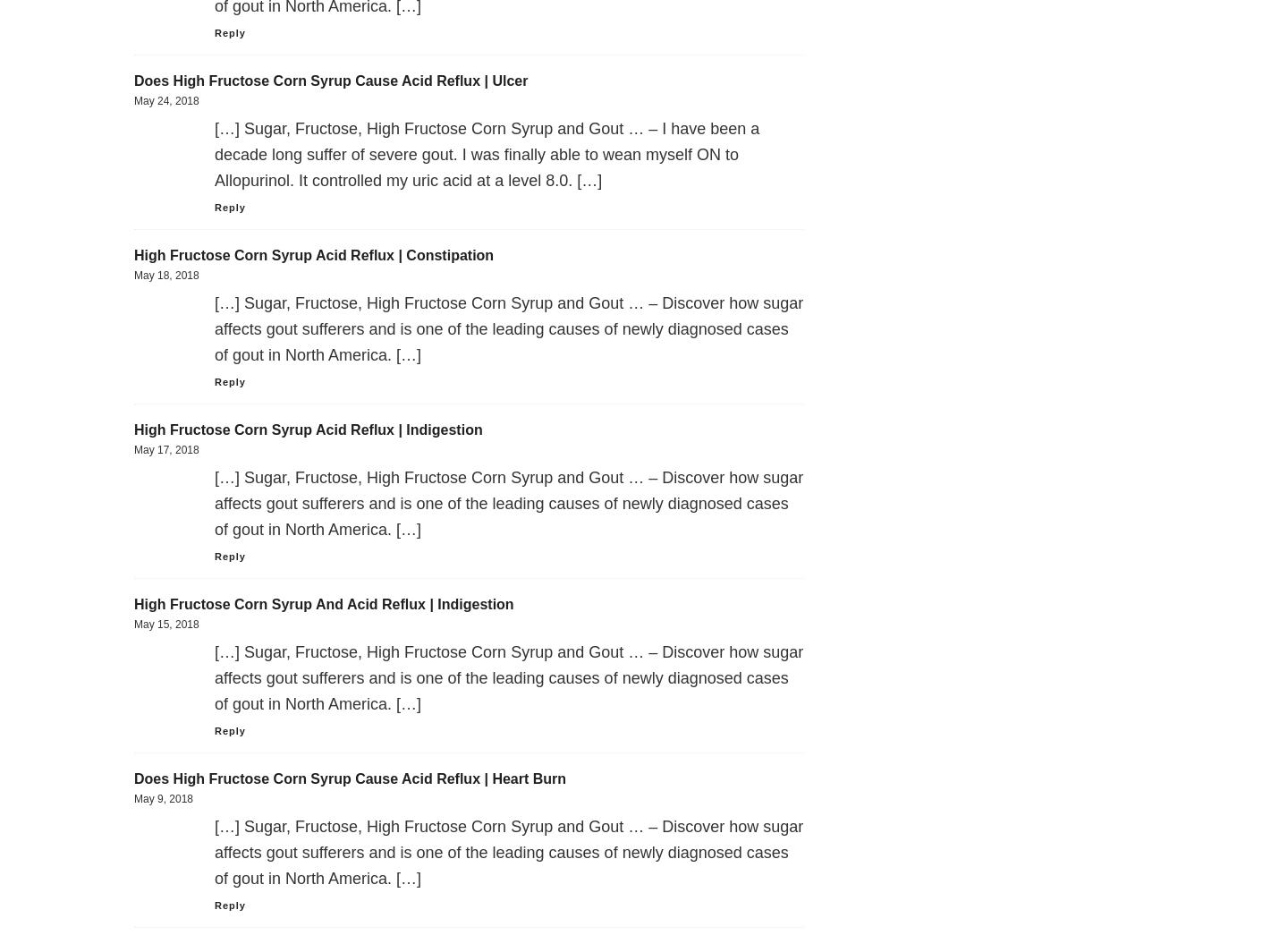 This screenshot has height=944, width=1288. Describe the element at coordinates (166, 623) in the screenshot. I see `'May 15, 2018'` at that location.